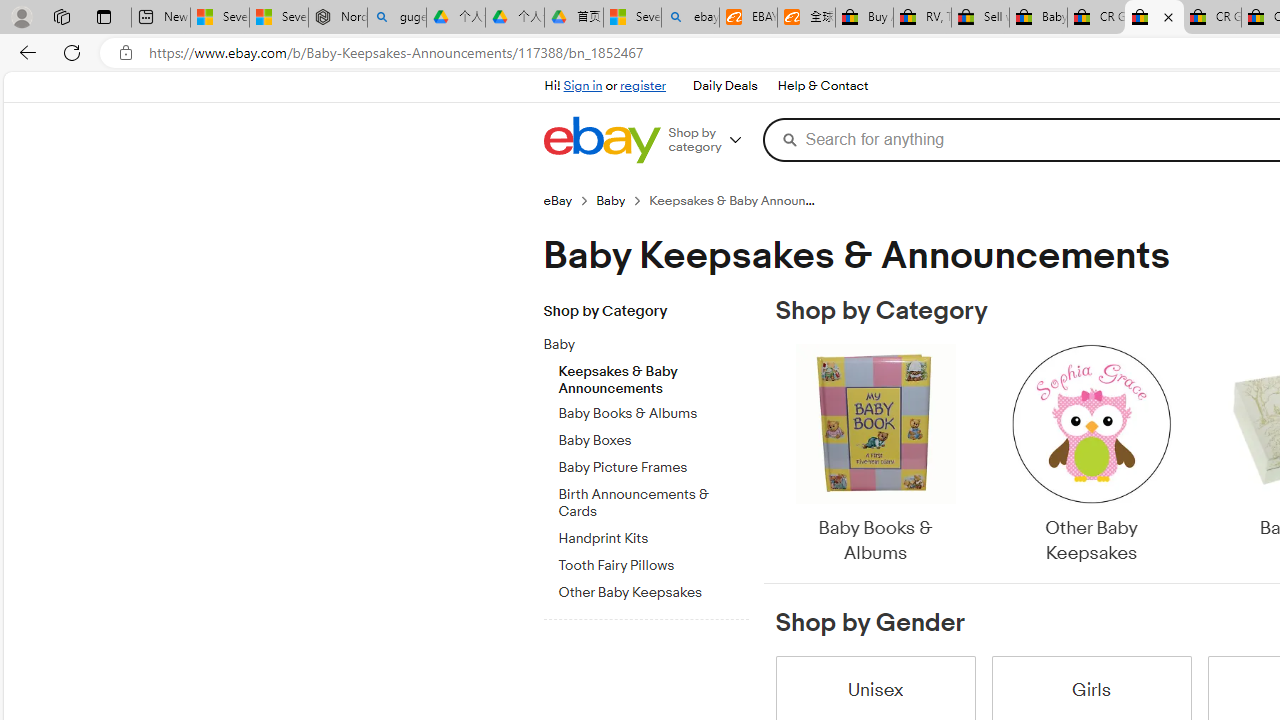  Describe the element at coordinates (1154, 17) in the screenshot. I see `'Baby Keepsakes & Announcements for sale | eBay'` at that location.